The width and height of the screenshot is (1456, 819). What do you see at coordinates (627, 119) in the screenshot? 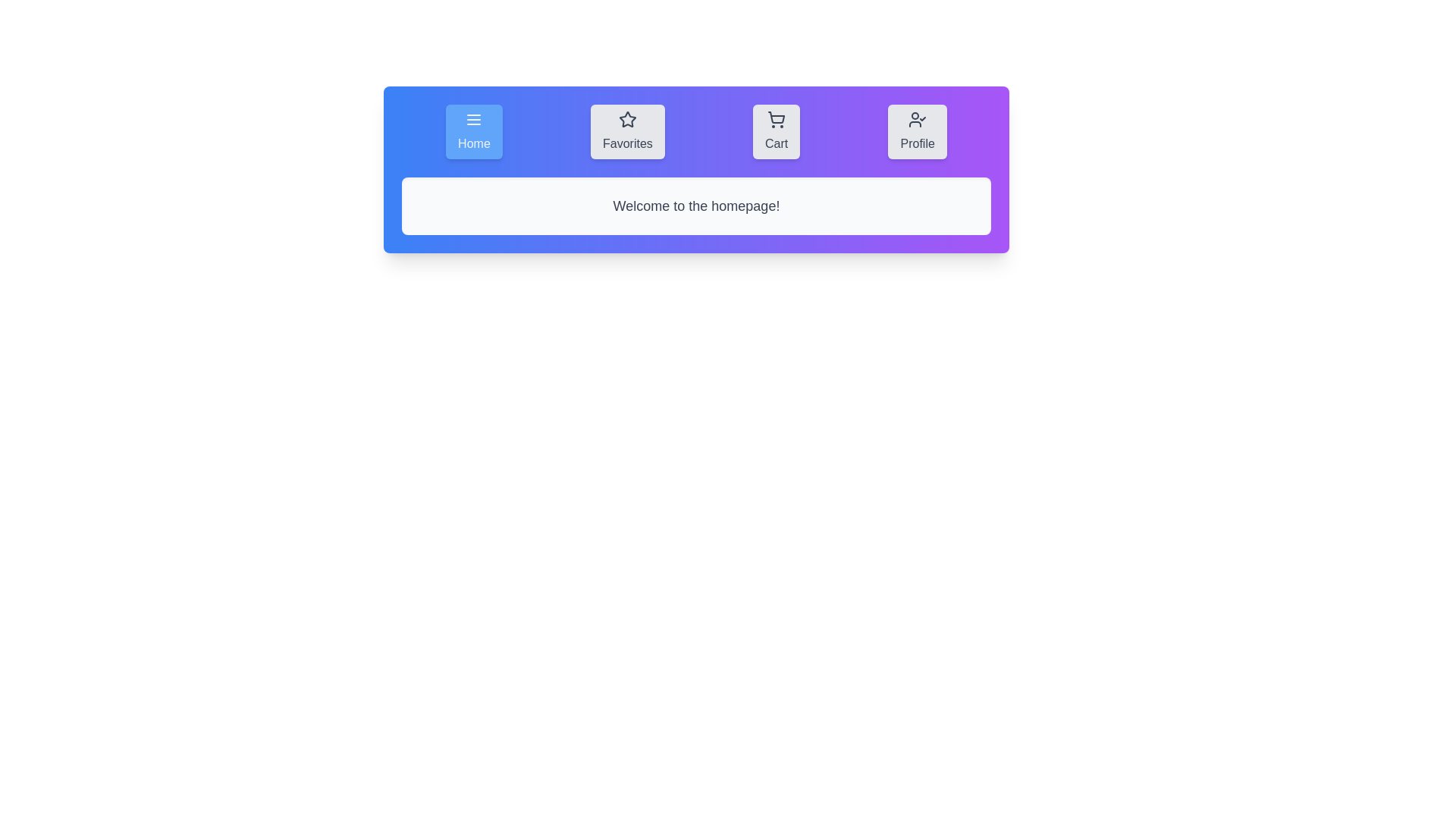
I see `the outlined star icon located within the 'Favorites' button in the top navigation bar` at bounding box center [627, 119].